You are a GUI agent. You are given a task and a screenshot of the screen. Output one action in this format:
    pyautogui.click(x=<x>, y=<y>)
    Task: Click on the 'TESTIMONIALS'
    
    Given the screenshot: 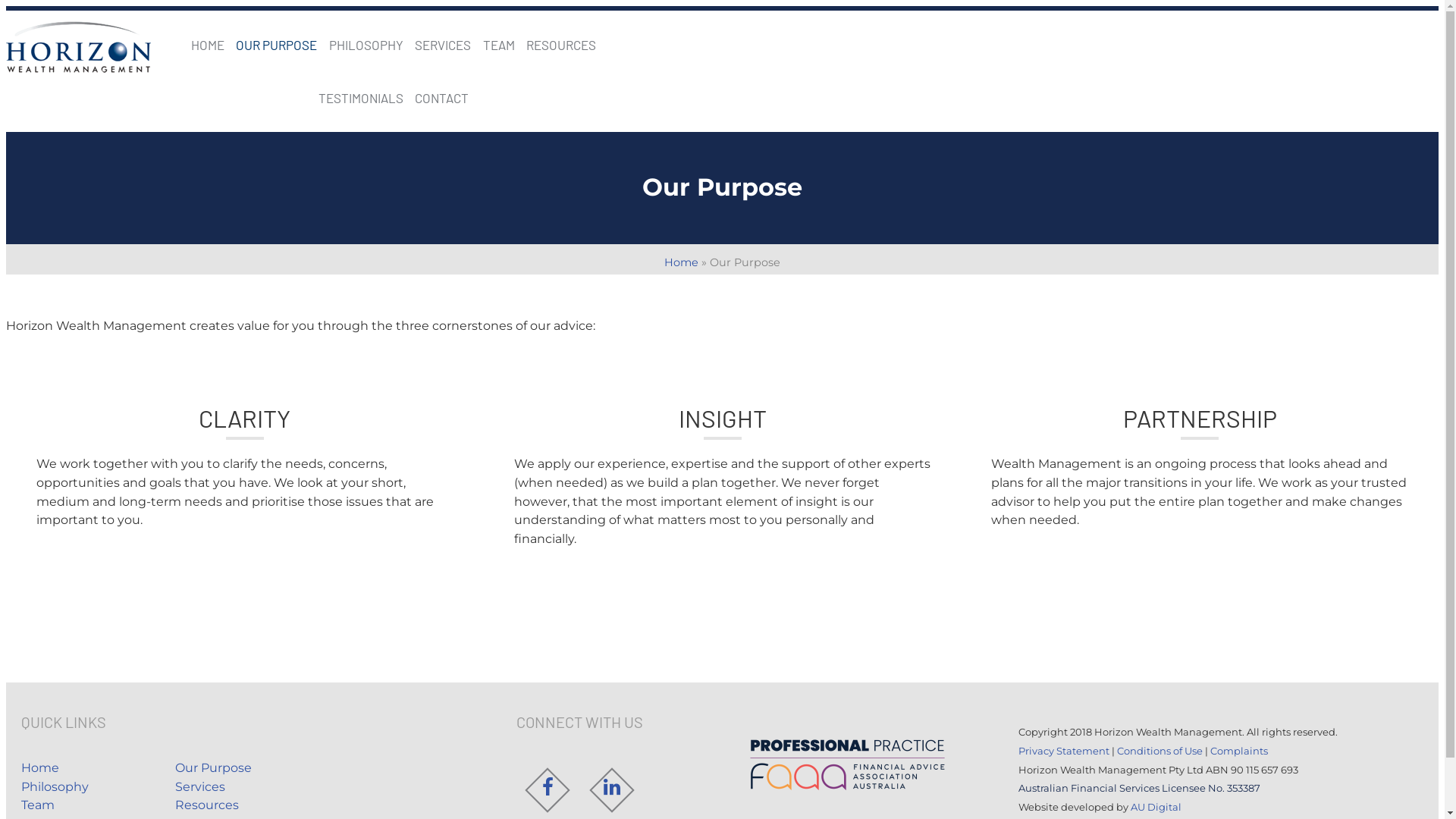 What is the action you would take?
    pyautogui.click(x=359, y=97)
    